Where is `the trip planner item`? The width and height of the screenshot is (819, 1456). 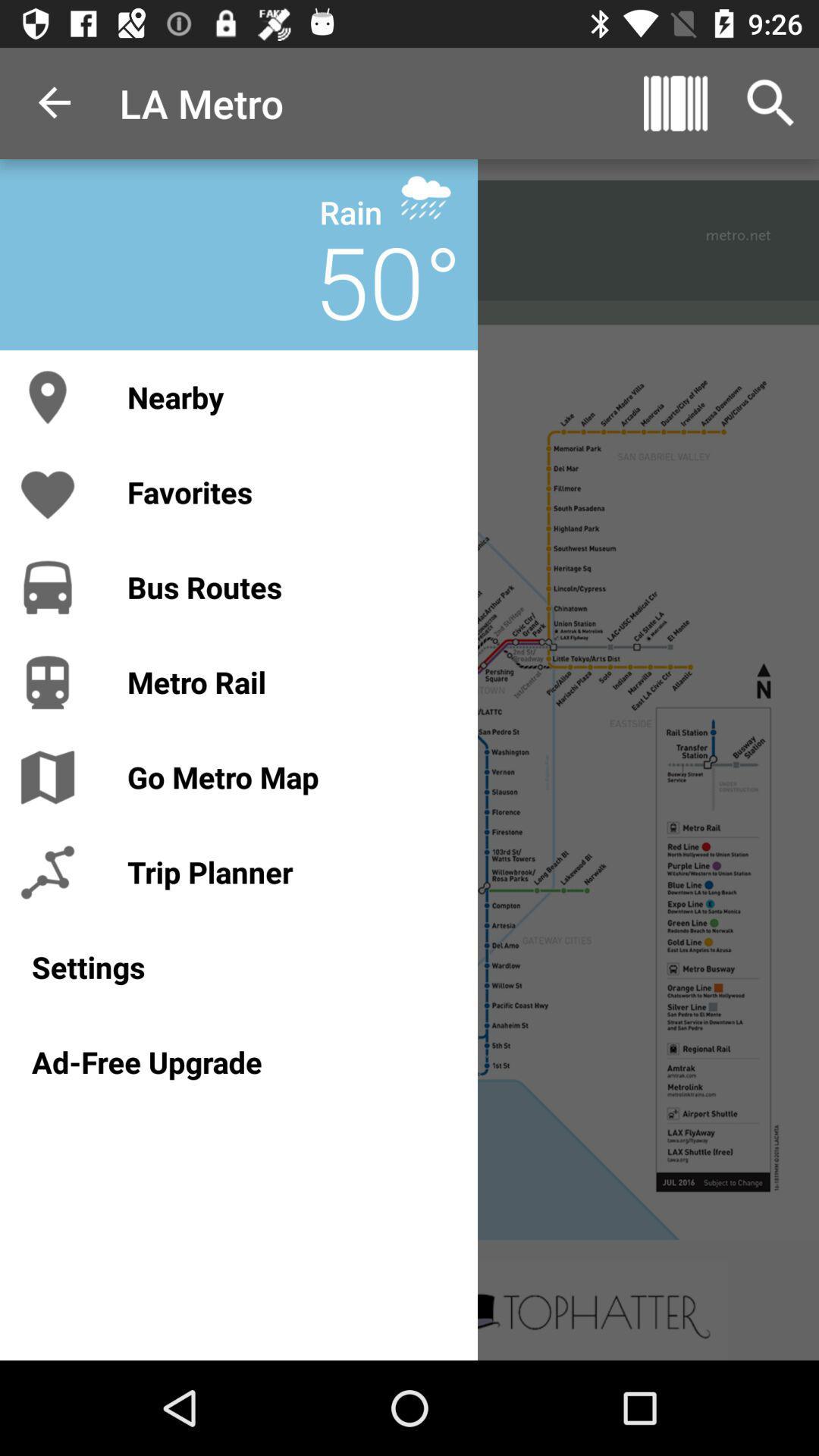 the trip planner item is located at coordinates (287, 872).